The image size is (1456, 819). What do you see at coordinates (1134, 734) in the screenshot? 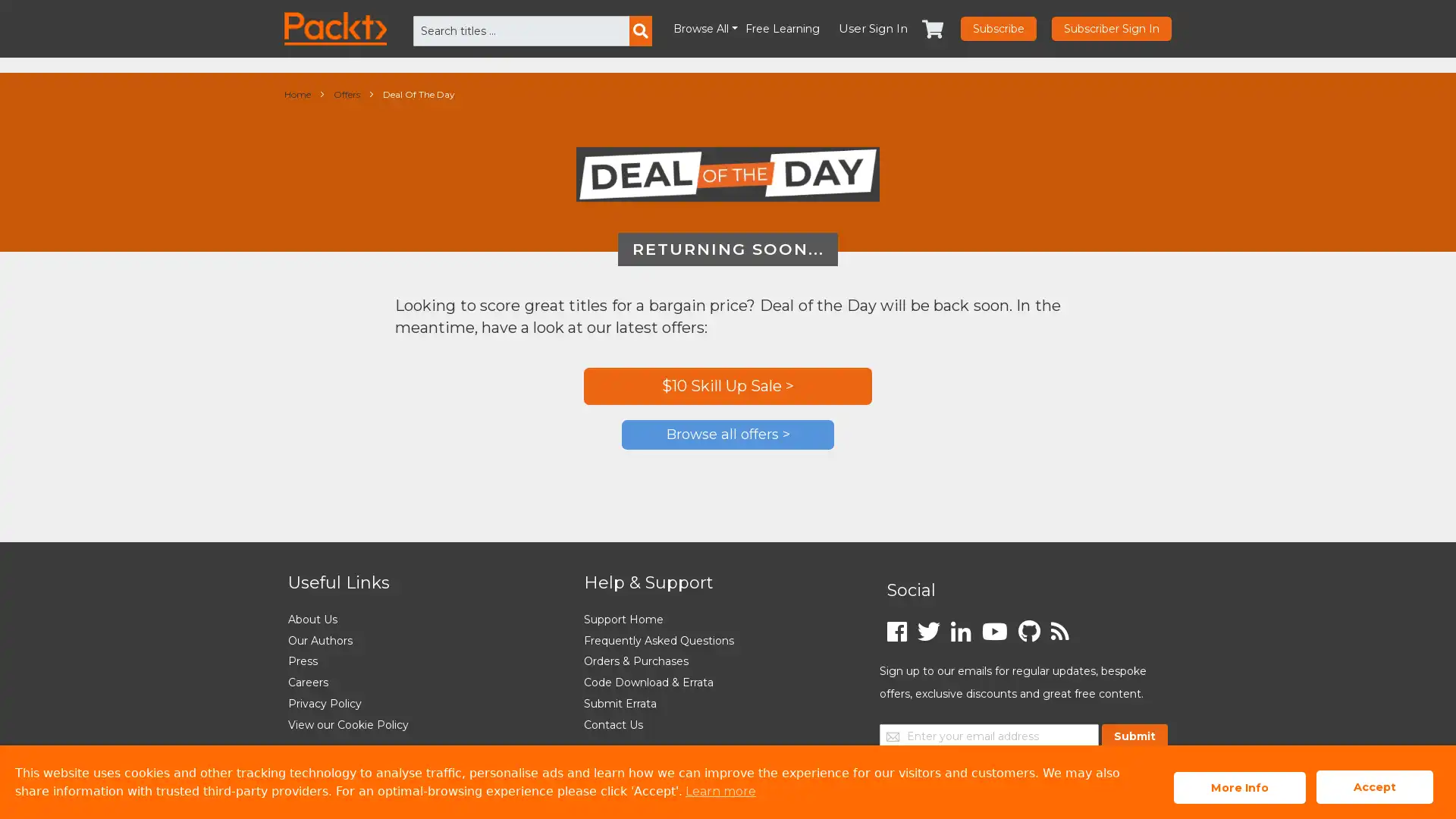
I see `Submit` at bounding box center [1134, 734].